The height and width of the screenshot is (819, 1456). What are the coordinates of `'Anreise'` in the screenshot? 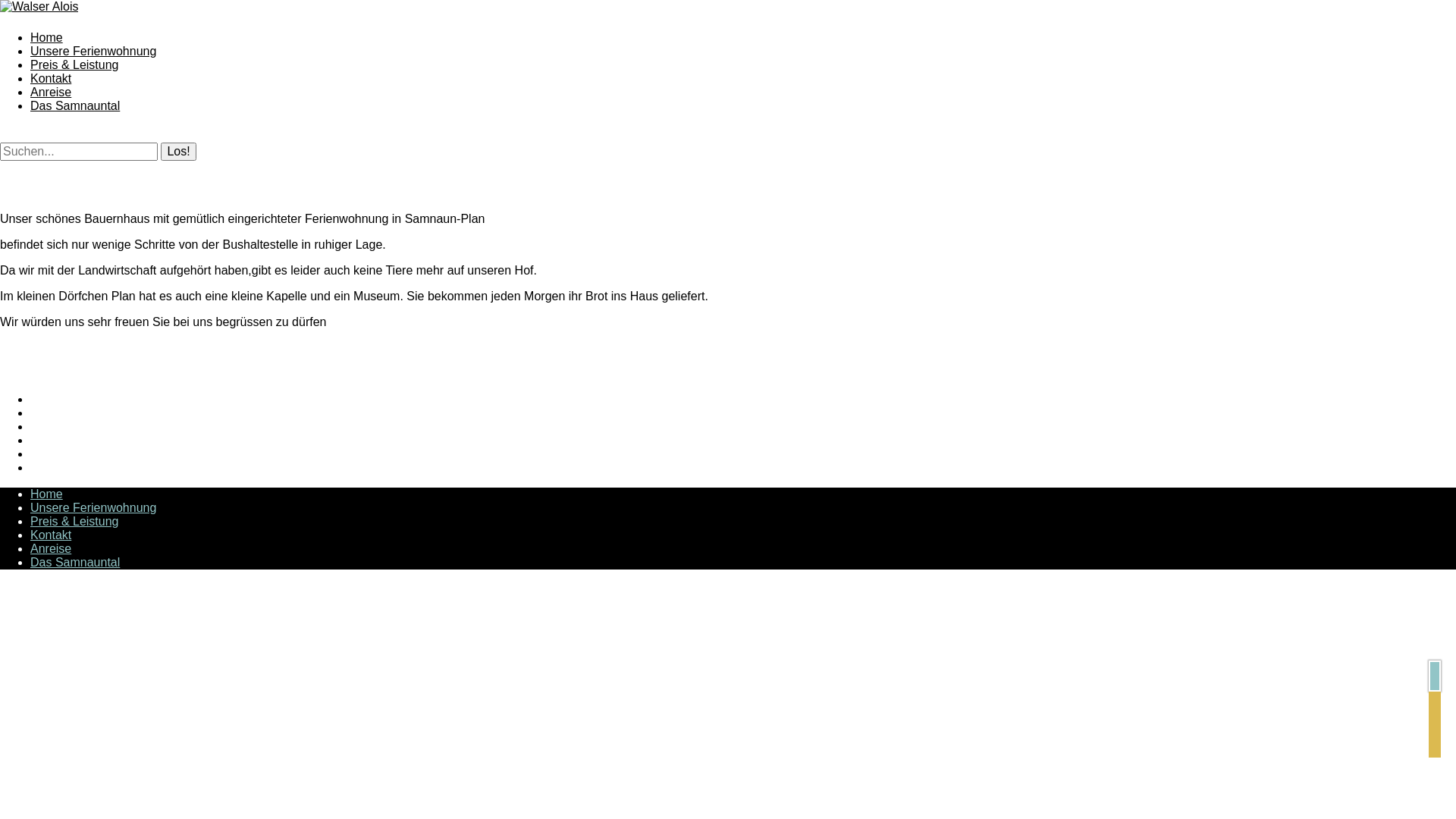 It's located at (51, 548).